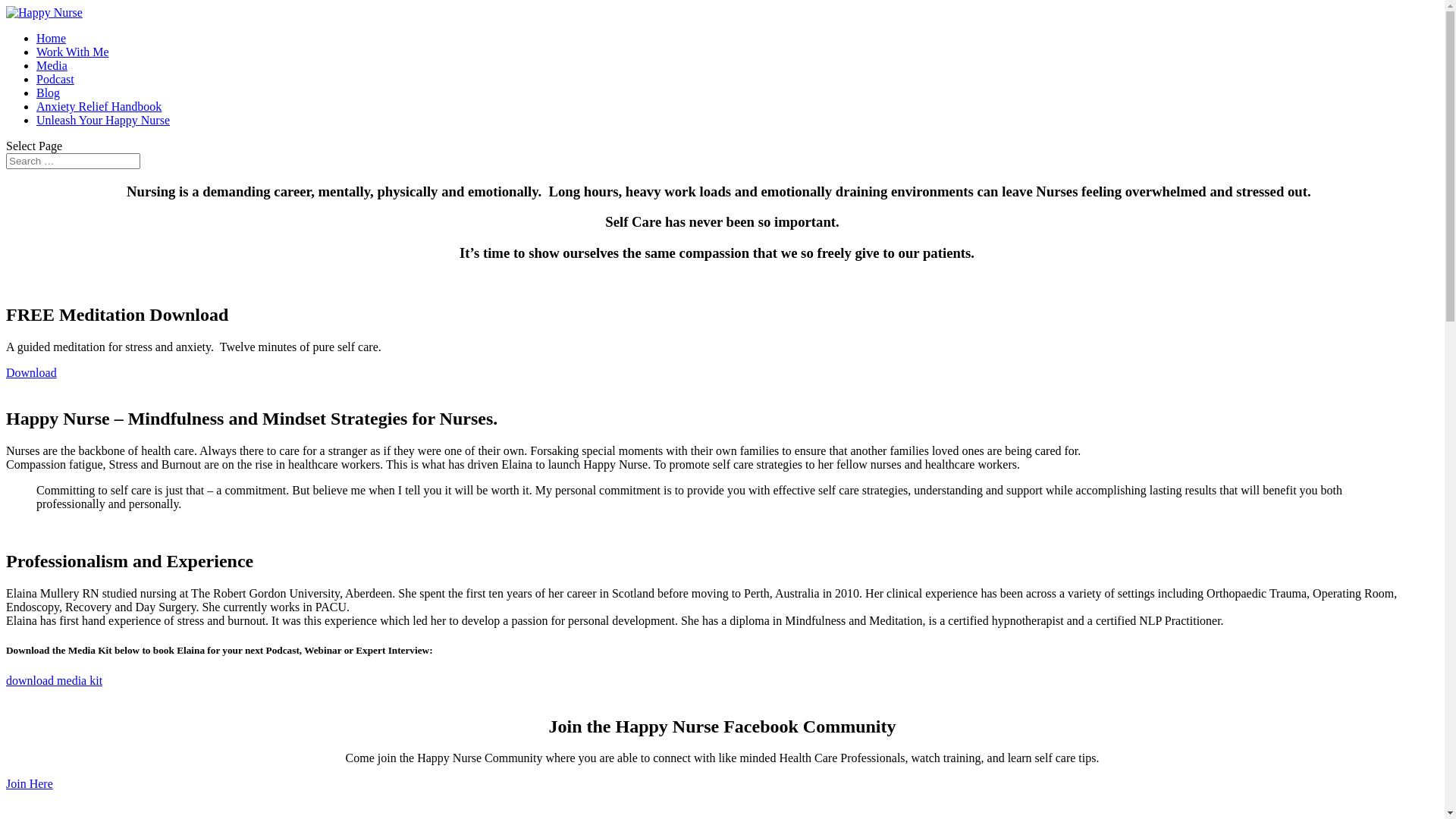 The image size is (1456, 819). I want to click on 'Anxiety Relief Handbook', so click(98, 105).